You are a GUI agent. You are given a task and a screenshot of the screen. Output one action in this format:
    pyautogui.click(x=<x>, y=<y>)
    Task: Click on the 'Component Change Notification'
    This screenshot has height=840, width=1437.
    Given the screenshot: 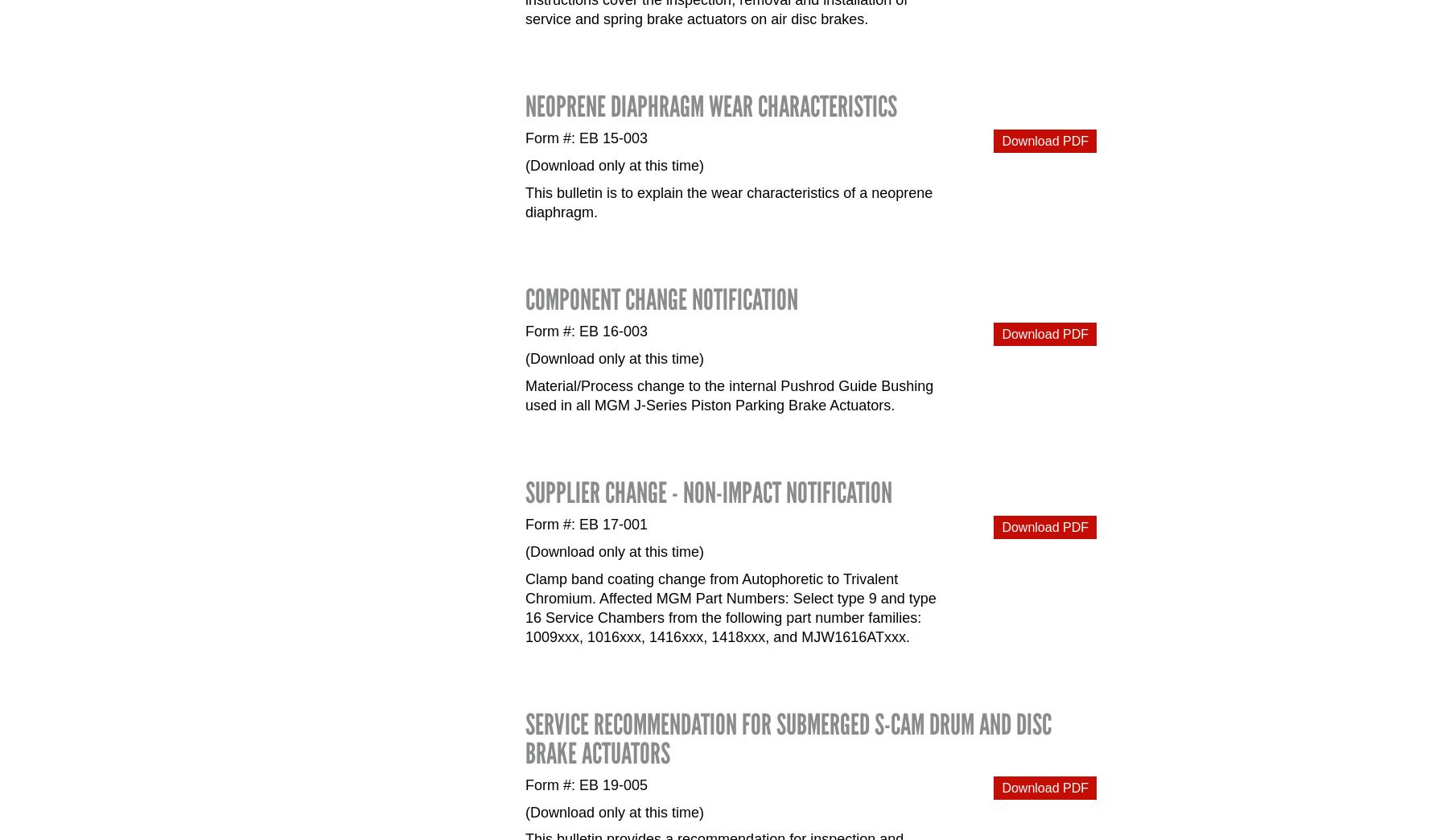 What is the action you would take?
    pyautogui.click(x=661, y=299)
    